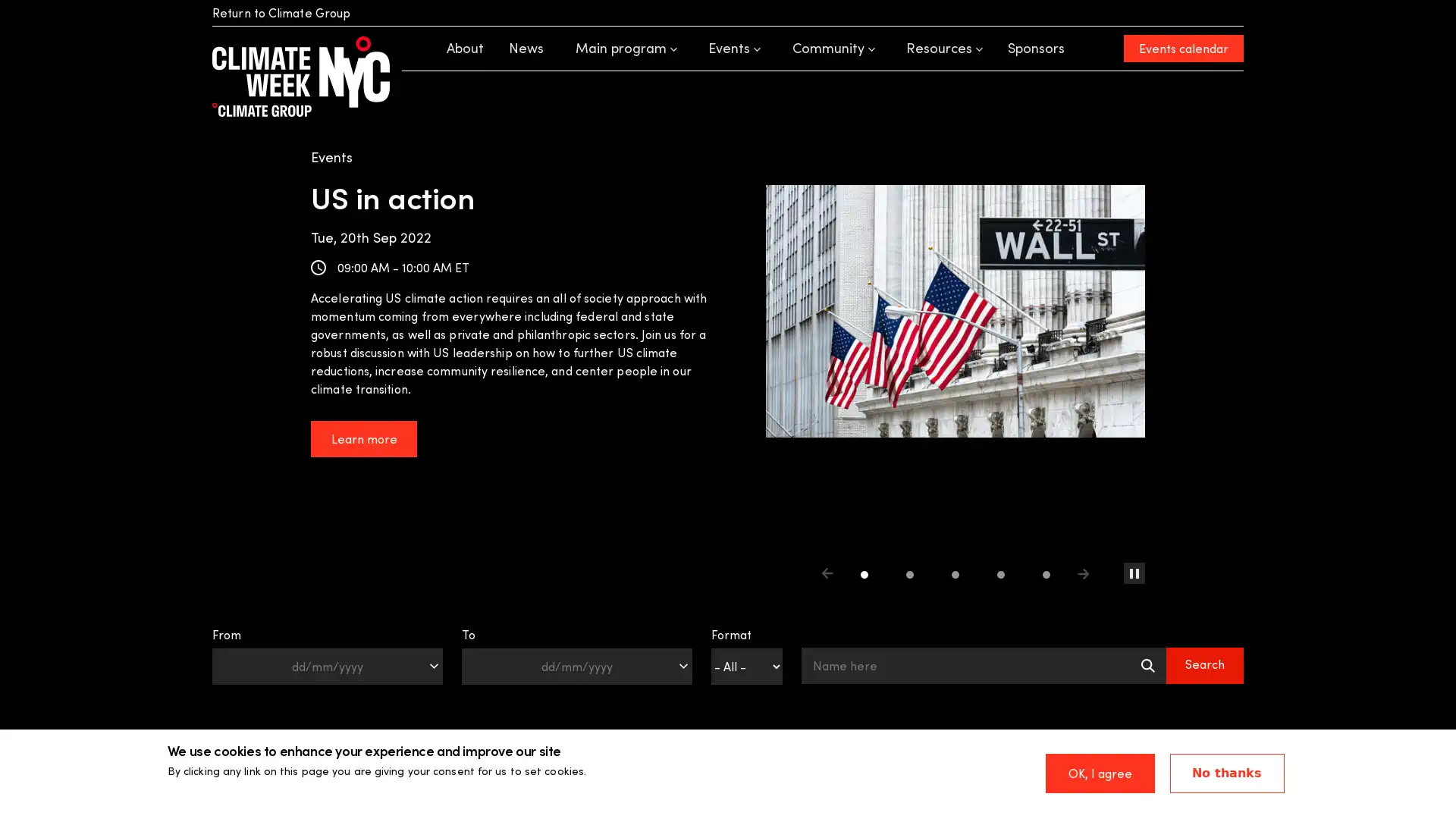 Image resolution: width=1456 pixels, height=819 pixels. What do you see at coordinates (1100, 773) in the screenshot?
I see `OK, I agree` at bounding box center [1100, 773].